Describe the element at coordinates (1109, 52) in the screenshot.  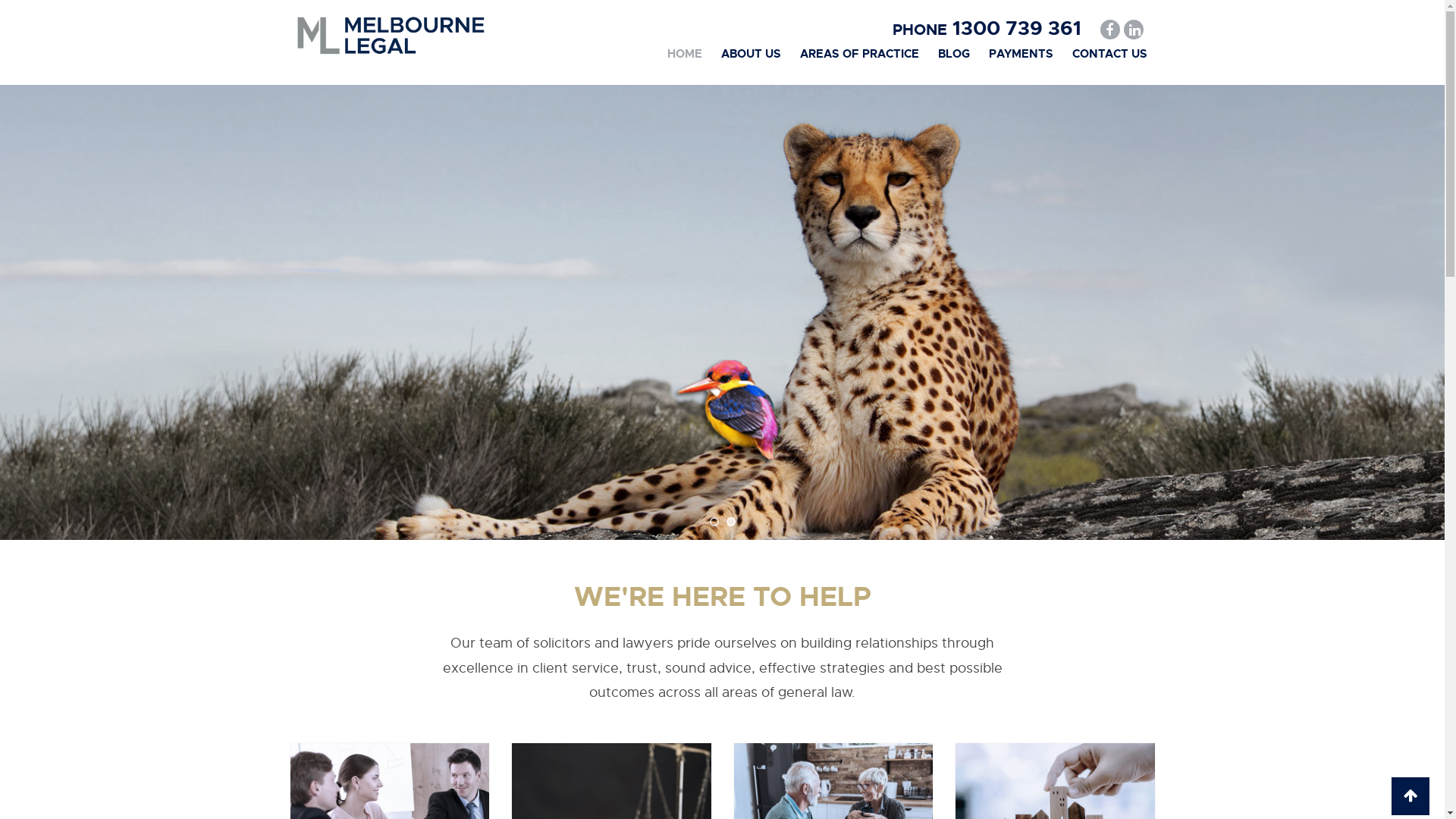
I see `'CONTACT US'` at that location.